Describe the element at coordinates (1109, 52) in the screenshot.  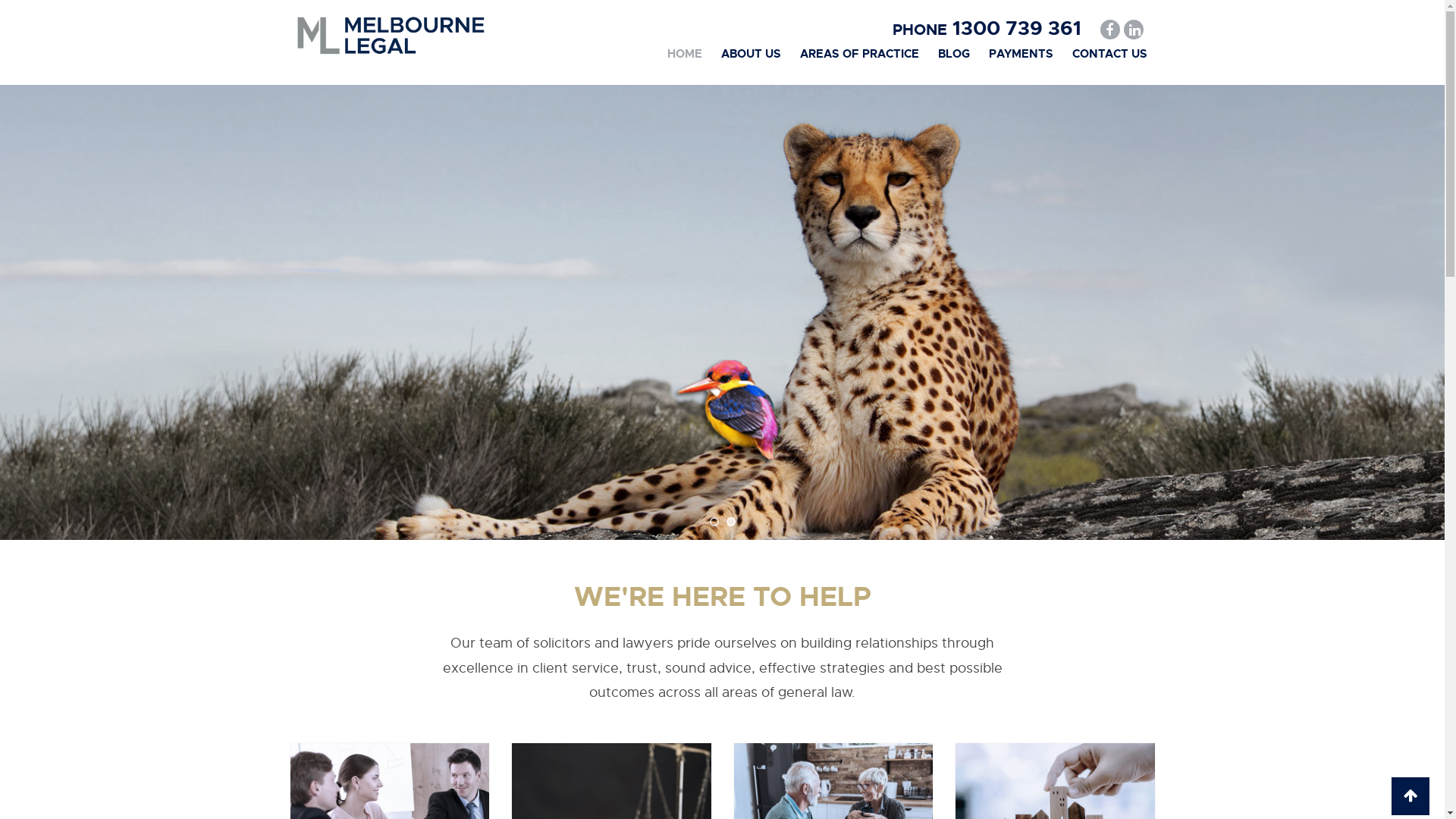
I see `'CONTACT US'` at that location.